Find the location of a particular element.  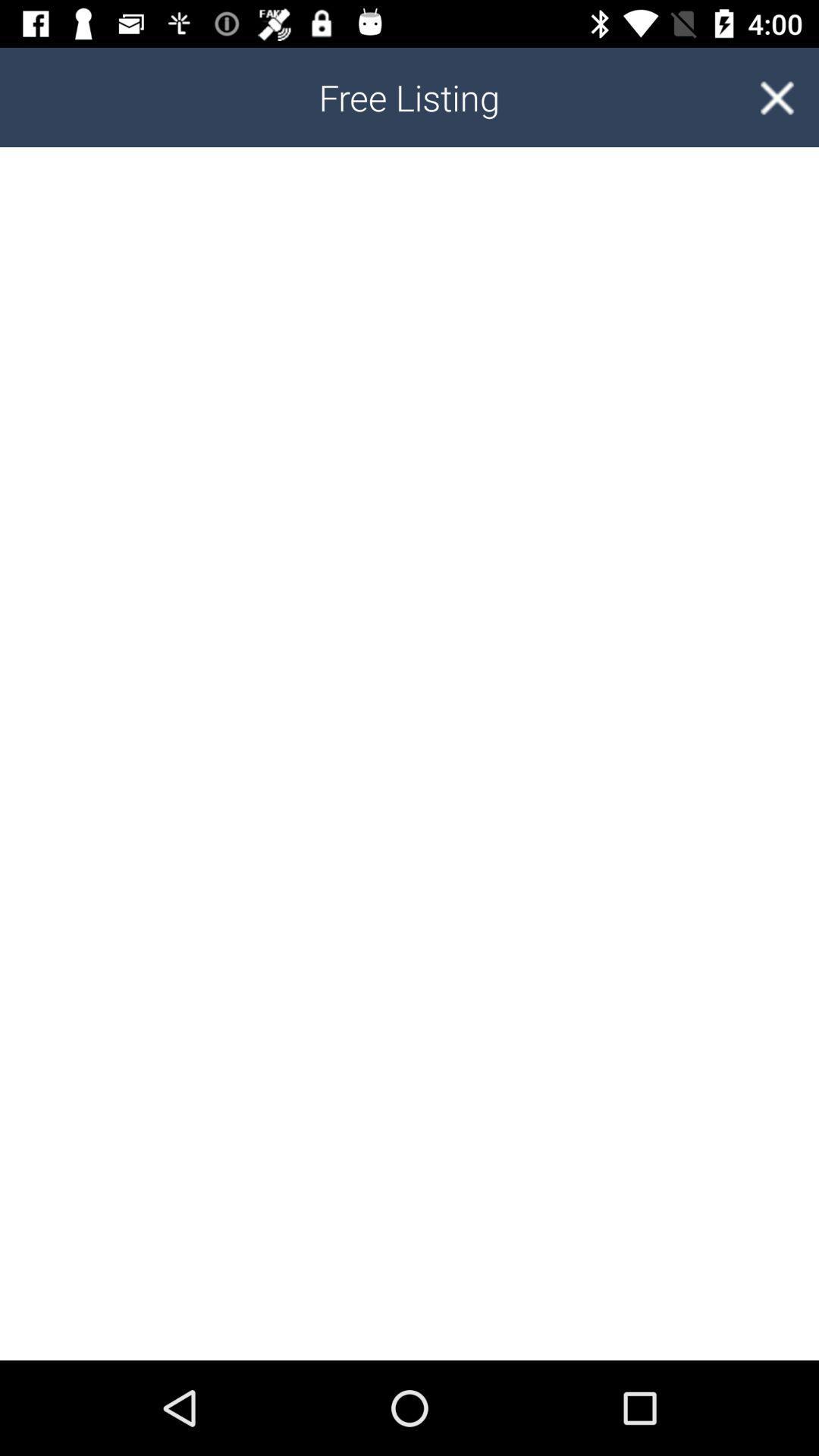

the icon to the right of the free listing item is located at coordinates (777, 96).